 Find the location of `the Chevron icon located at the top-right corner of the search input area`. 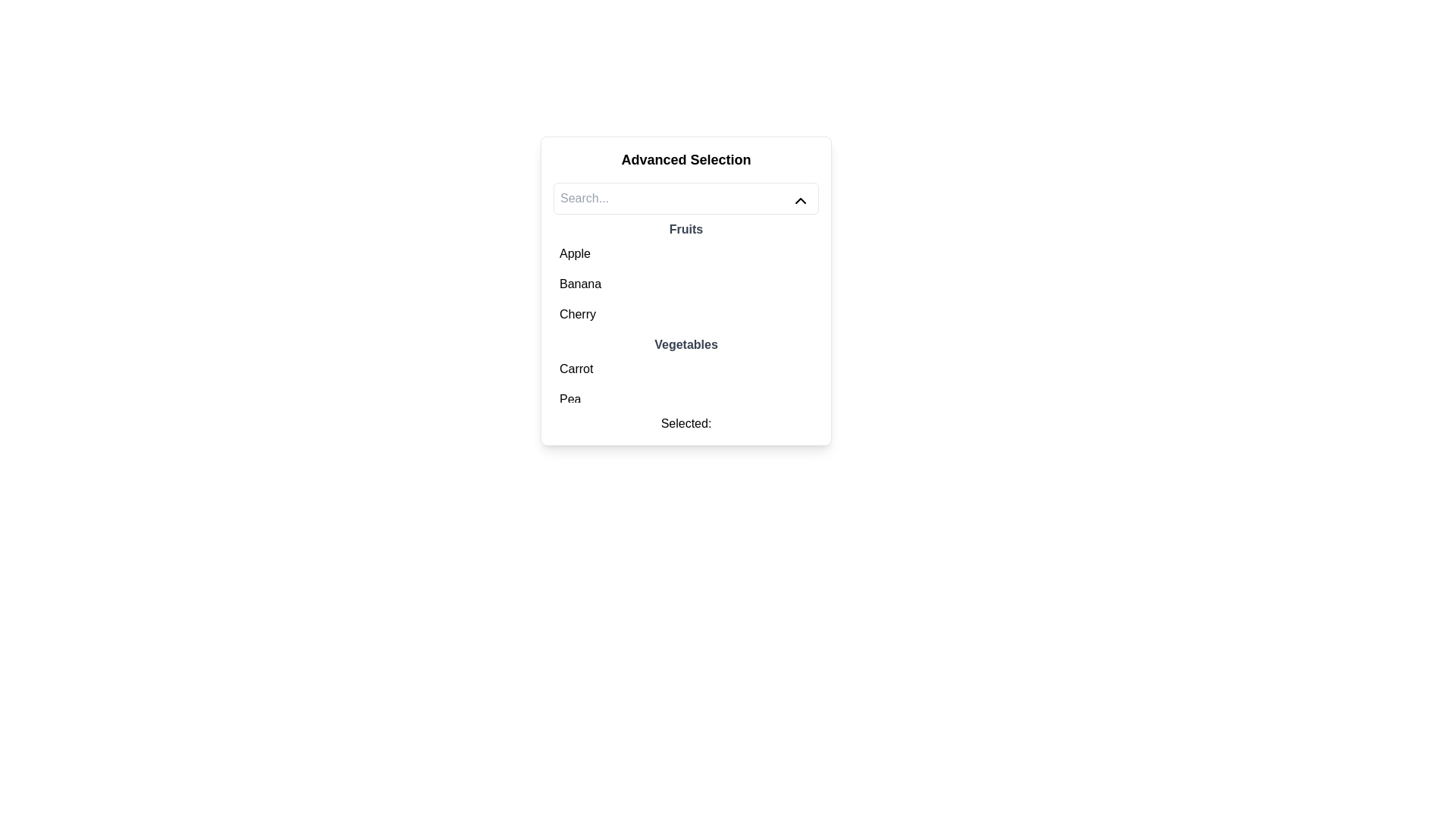

the Chevron icon located at the top-right corner of the search input area is located at coordinates (800, 200).